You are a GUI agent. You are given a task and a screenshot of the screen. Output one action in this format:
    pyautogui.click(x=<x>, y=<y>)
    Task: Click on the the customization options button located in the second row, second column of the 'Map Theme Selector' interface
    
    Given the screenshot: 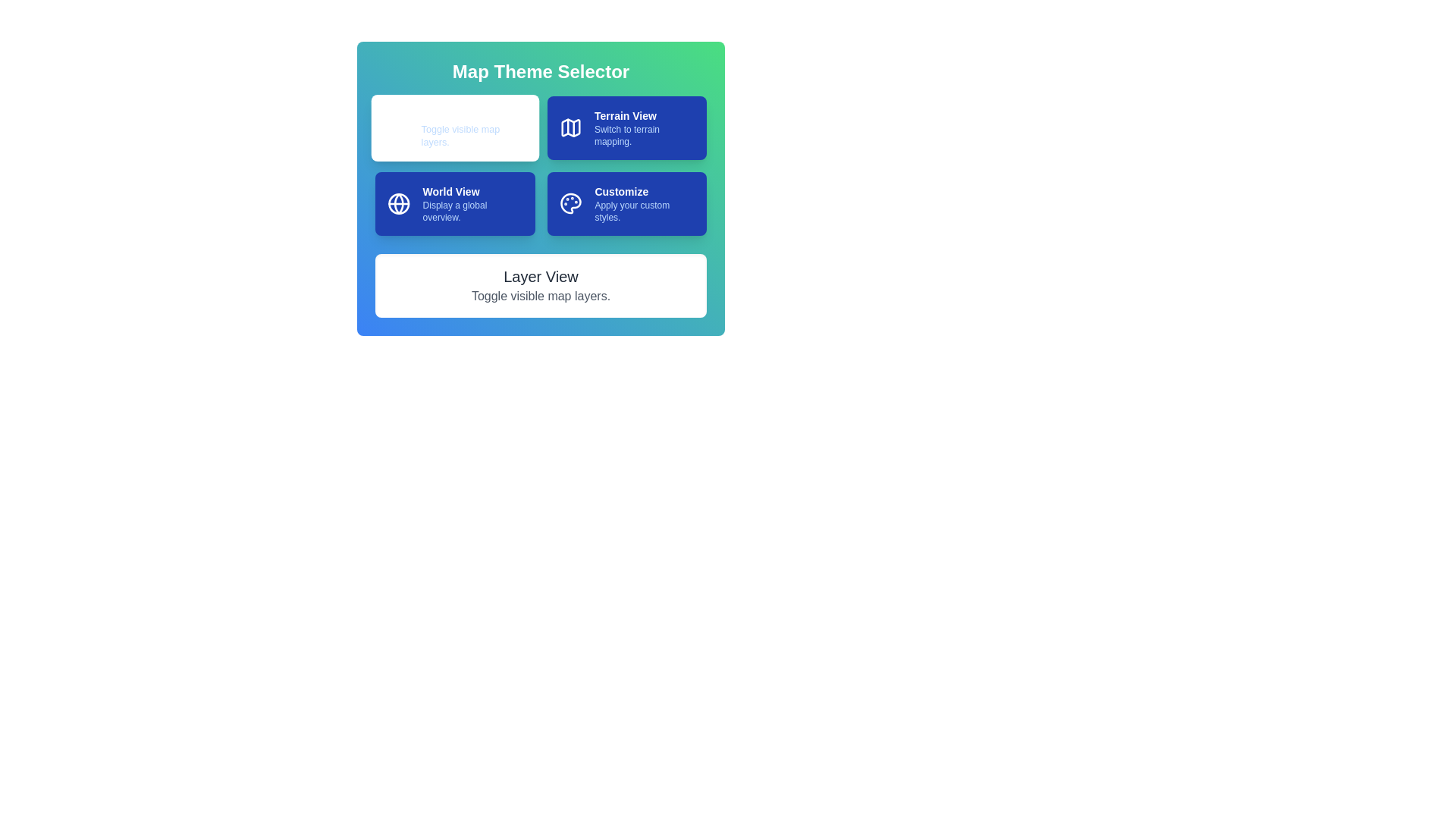 What is the action you would take?
    pyautogui.click(x=626, y=203)
    